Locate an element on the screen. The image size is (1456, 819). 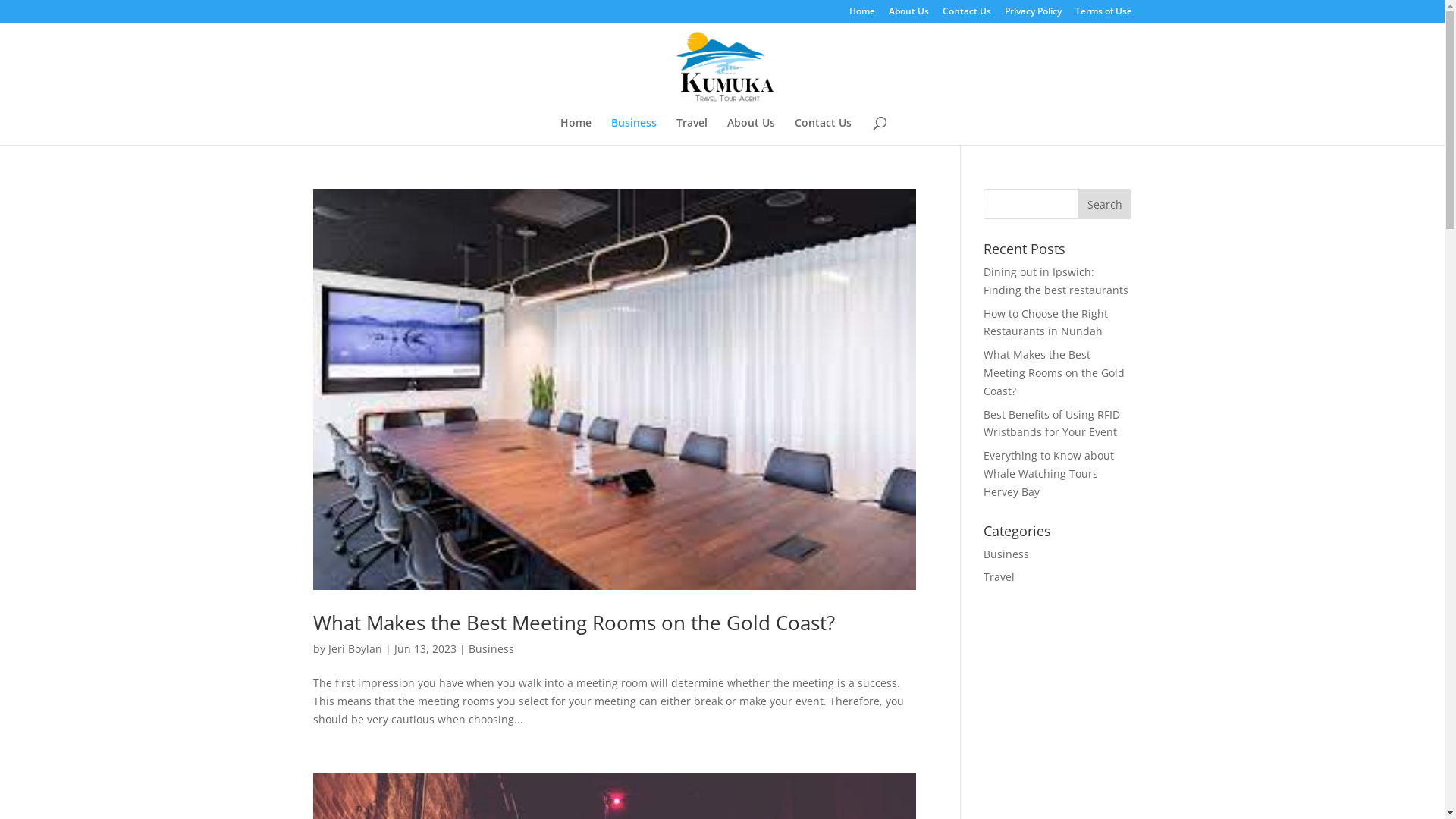
'Everything to Know about Whale Watching Tours Hervey Bay' is located at coordinates (1047, 472).